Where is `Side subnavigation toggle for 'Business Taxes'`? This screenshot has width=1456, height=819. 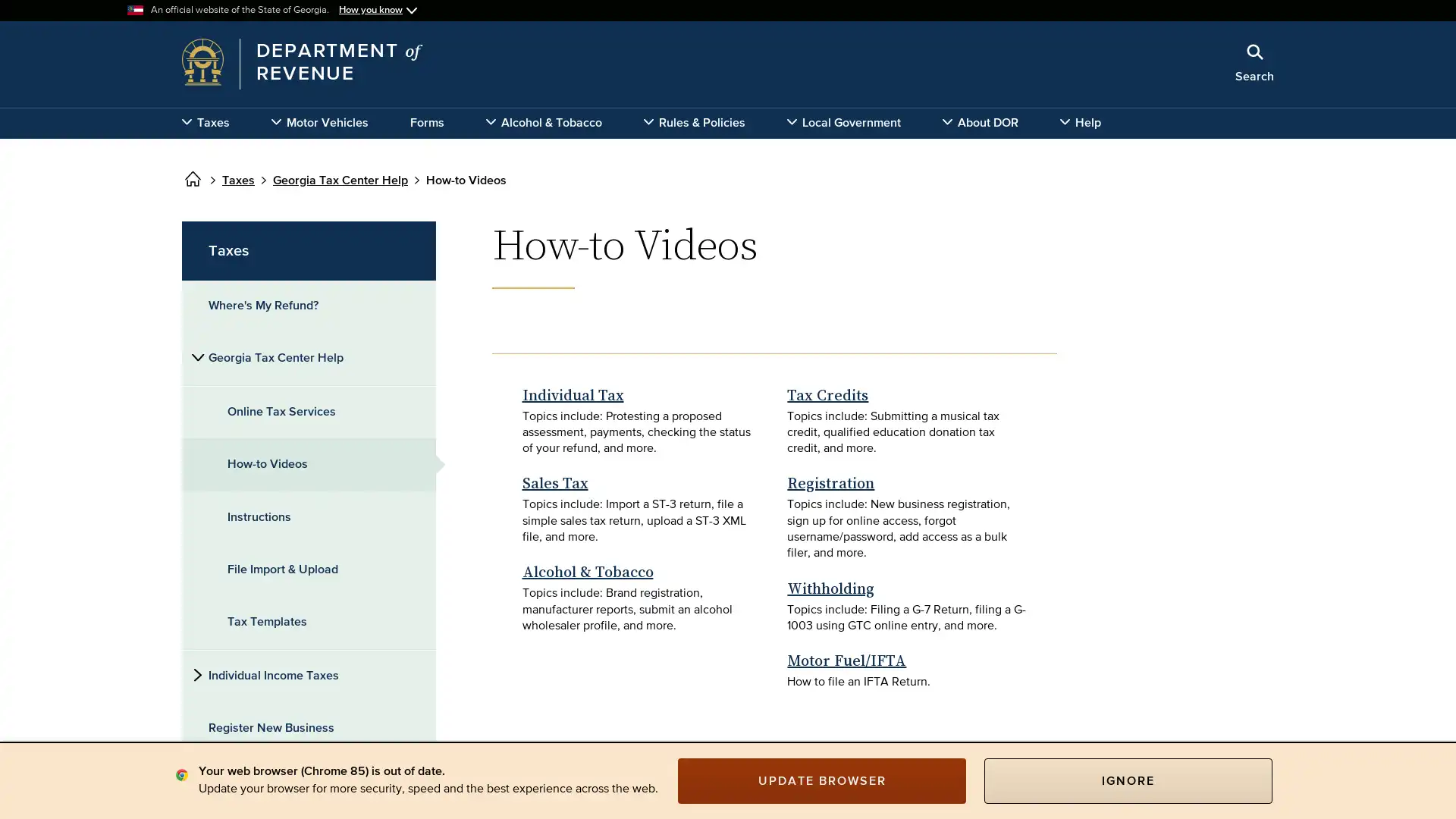 Side subnavigation toggle for 'Business Taxes' is located at coordinates (196, 783).